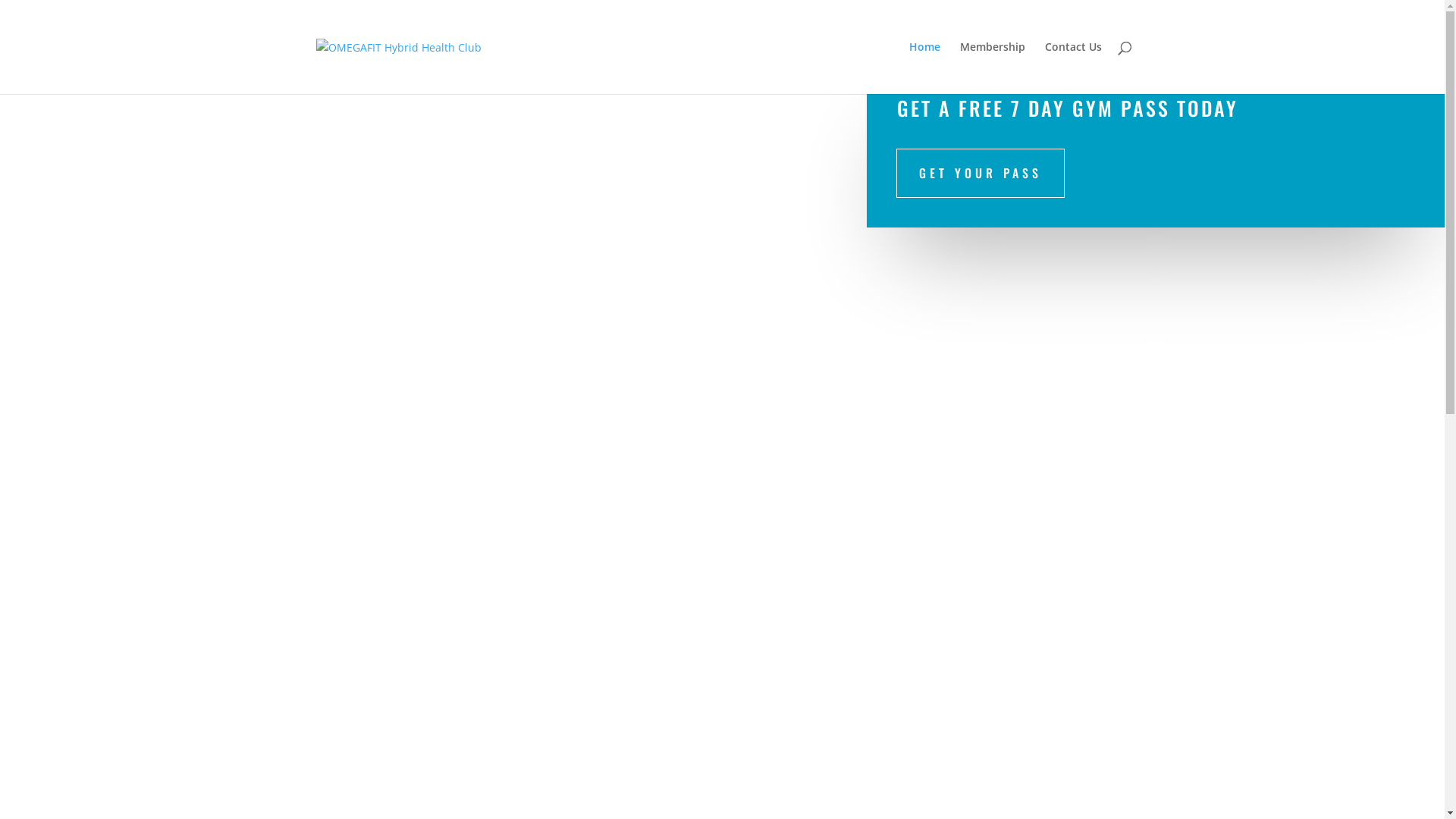 This screenshot has width=1456, height=819. What do you see at coordinates (1072, 67) in the screenshot?
I see `'Contact Us'` at bounding box center [1072, 67].